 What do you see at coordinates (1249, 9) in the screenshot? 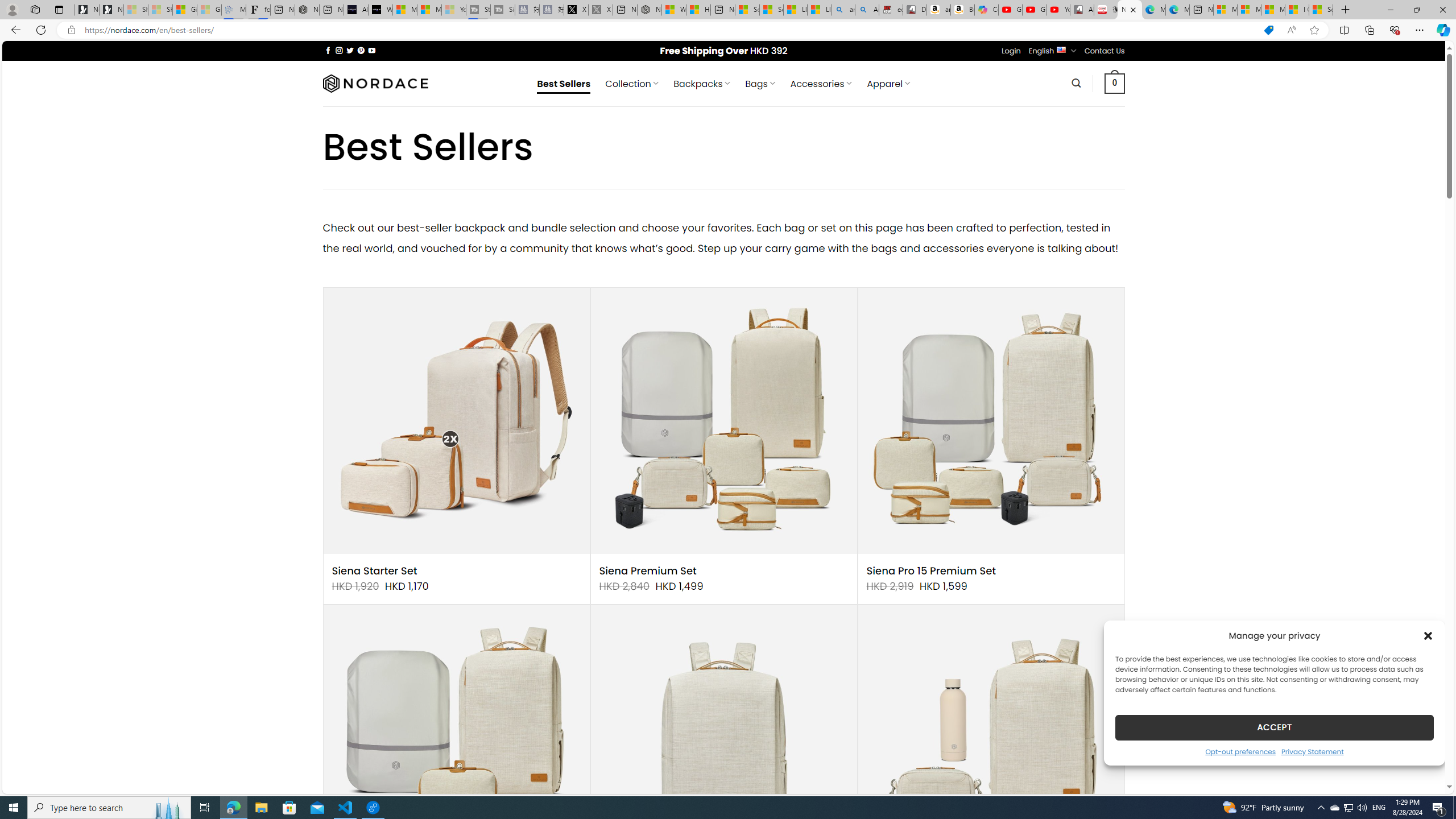
I see `'Microsoft account | Privacy'` at bounding box center [1249, 9].